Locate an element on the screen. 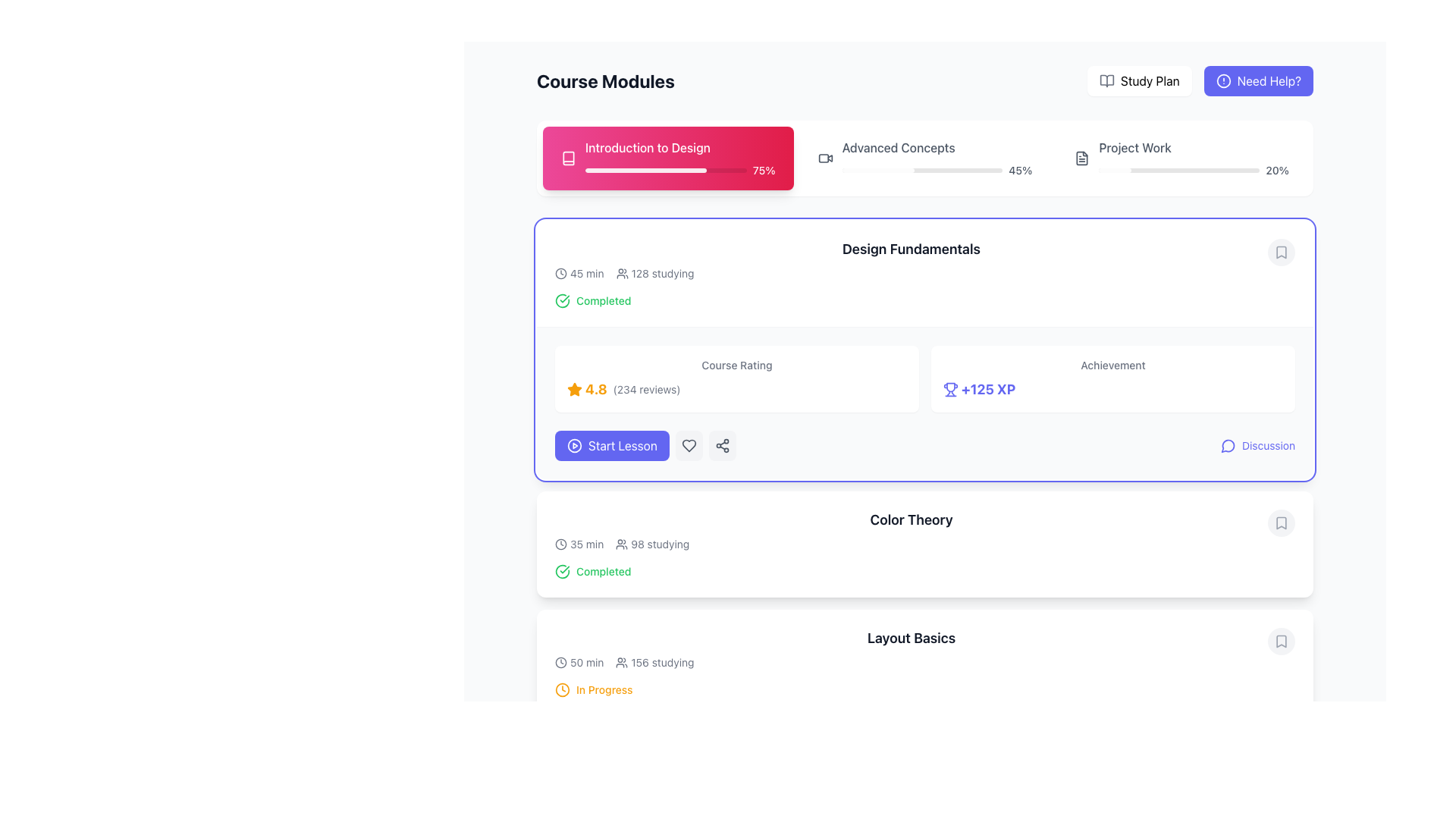 This screenshot has width=1456, height=819. the sharing button icon located within the 'Design Fundamentals' module card, positioned to the right of the 'Start Lesson' button and next to a heart-shaped icon is located at coordinates (721, 444).